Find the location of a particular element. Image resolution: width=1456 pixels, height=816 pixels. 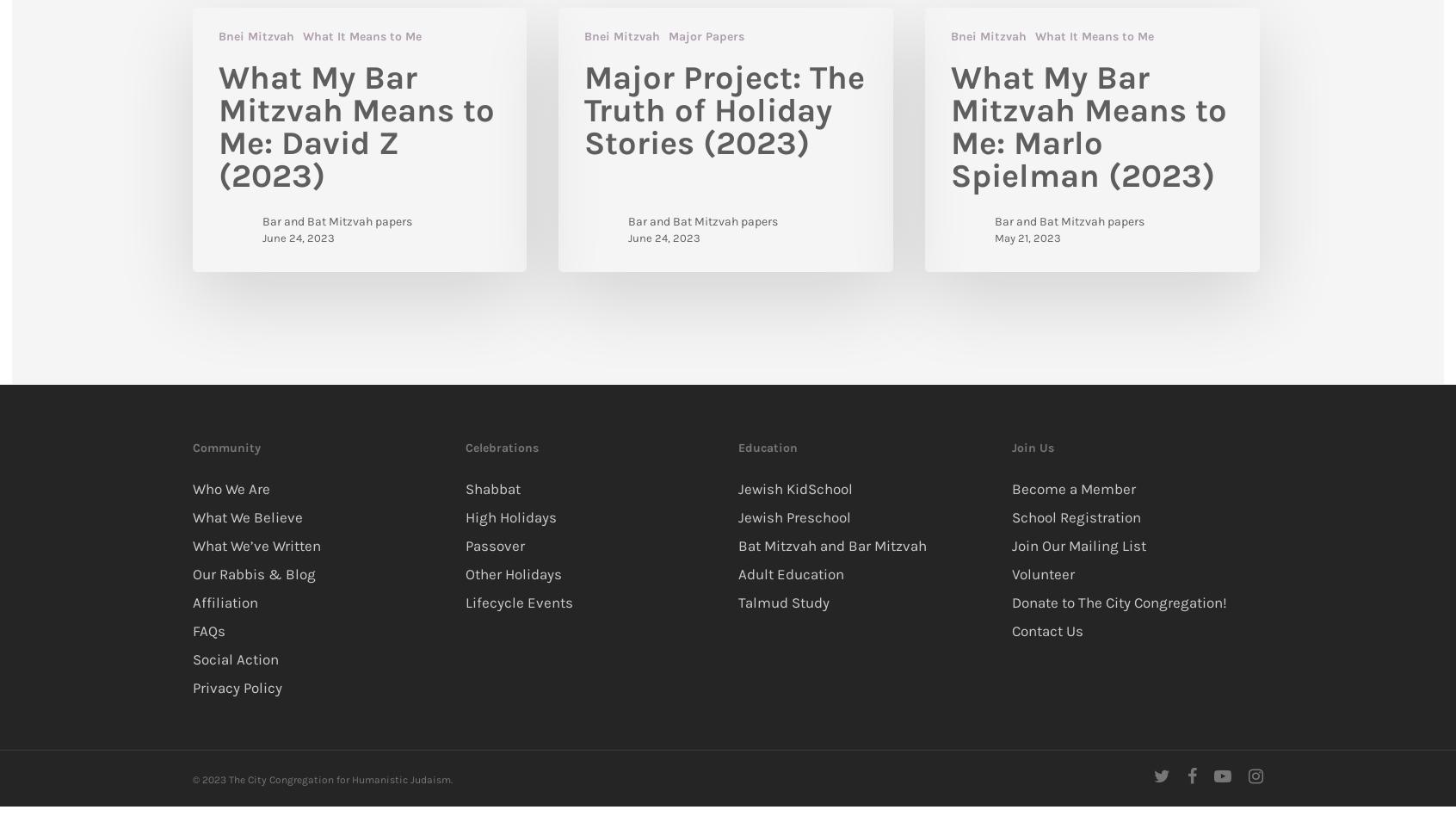

'Adult Education' is located at coordinates (737, 572).